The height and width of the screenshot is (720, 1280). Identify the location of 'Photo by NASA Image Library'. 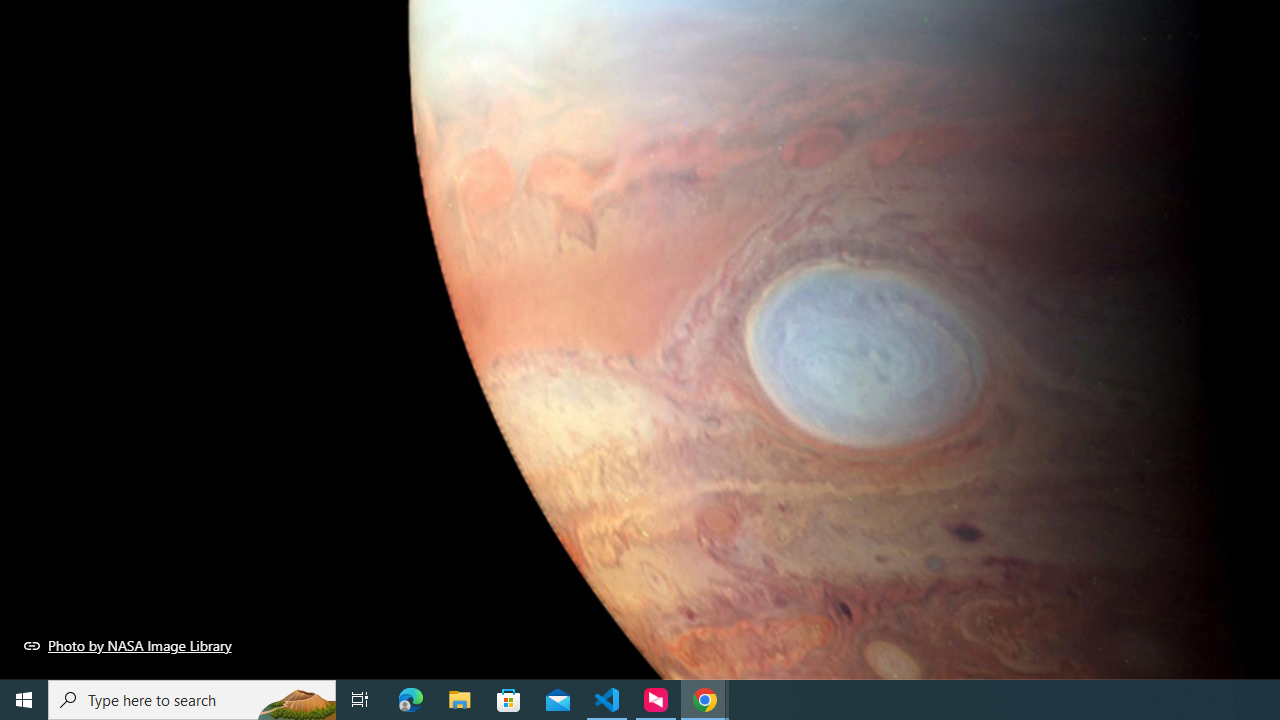
(127, 645).